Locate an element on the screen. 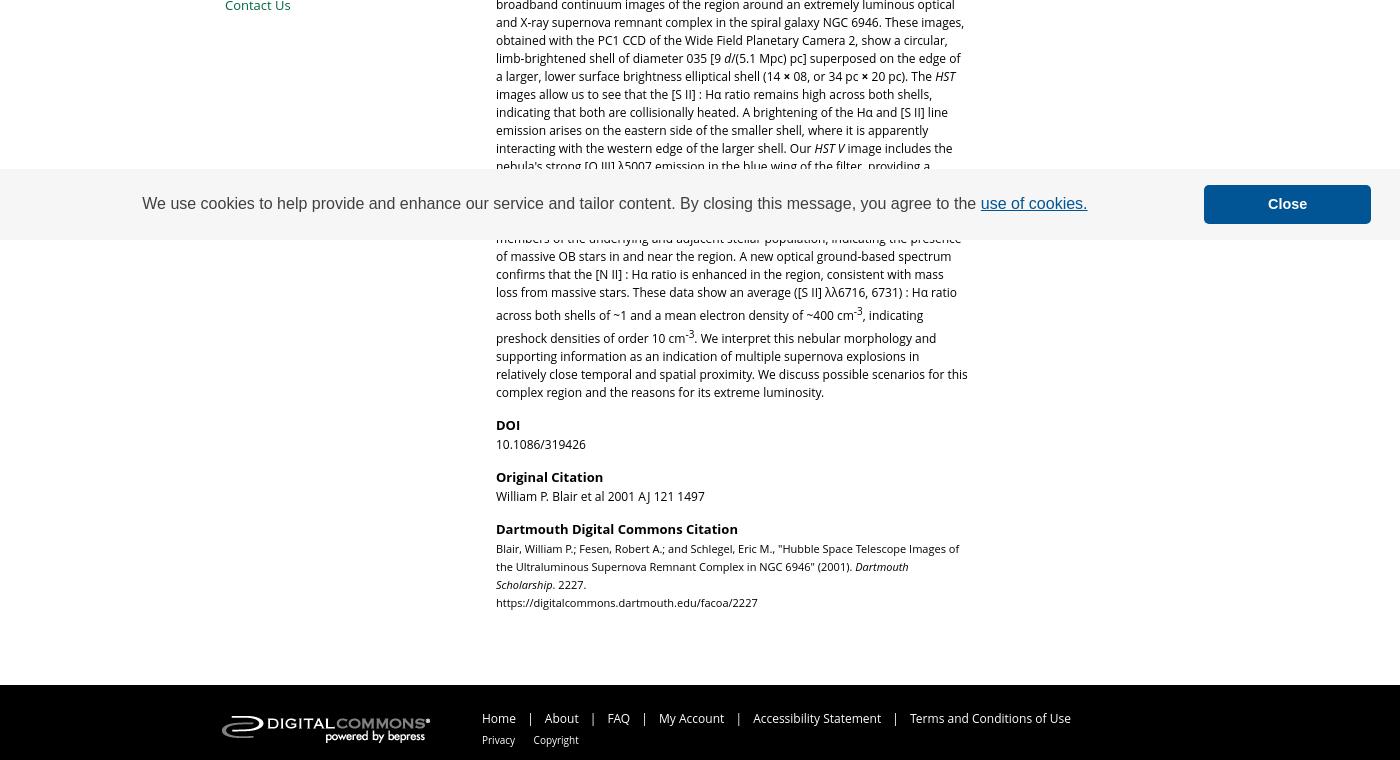 The width and height of the screenshot is (1400, 760). 'My Account' is located at coordinates (693, 717).